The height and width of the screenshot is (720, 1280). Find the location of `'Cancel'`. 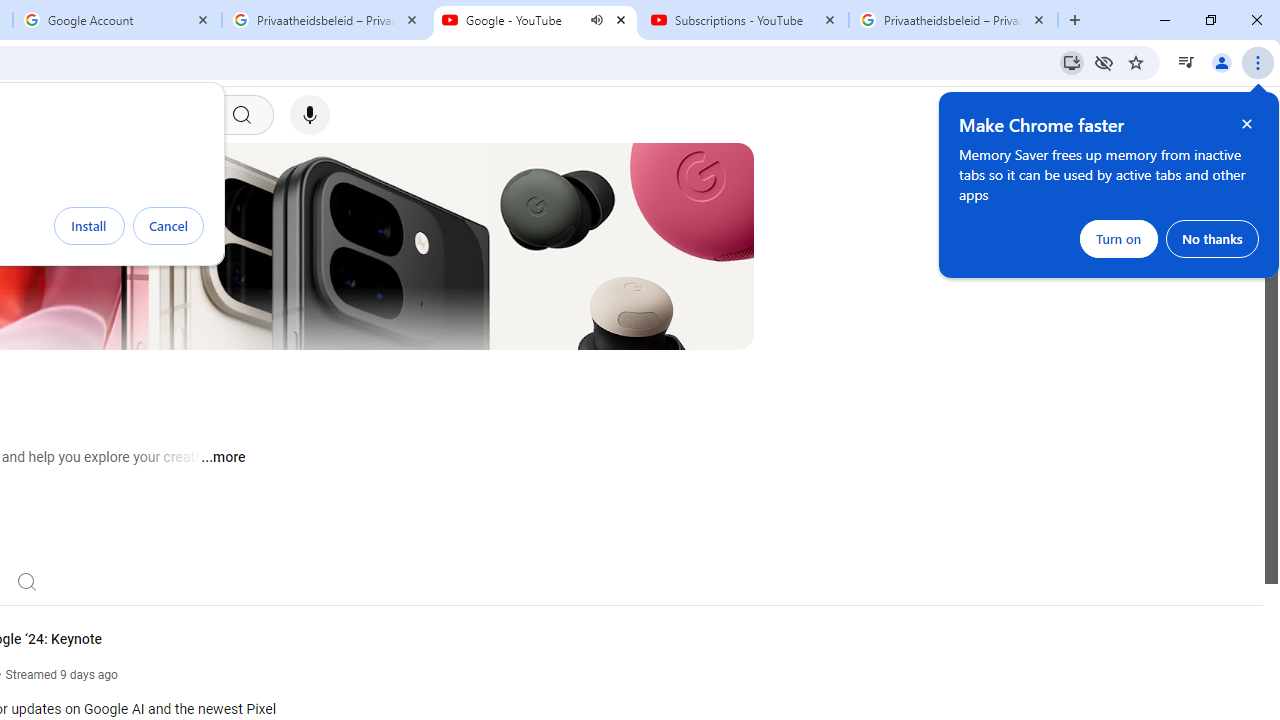

'Cancel' is located at coordinates (168, 225).